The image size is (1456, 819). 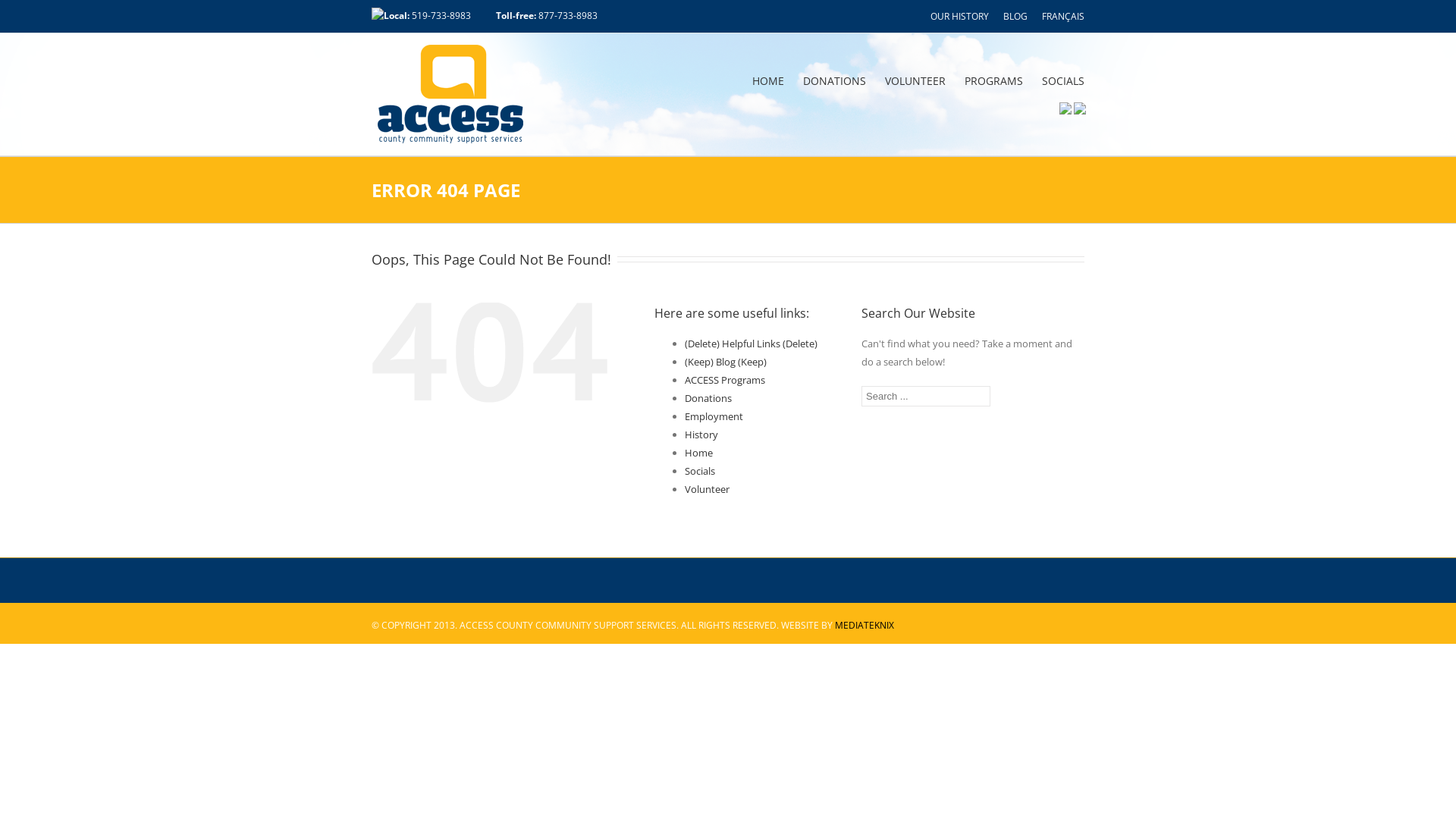 What do you see at coordinates (914, 80) in the screenshot?
I see `'VOLUNTEER'` at bounding box center [914, 80].